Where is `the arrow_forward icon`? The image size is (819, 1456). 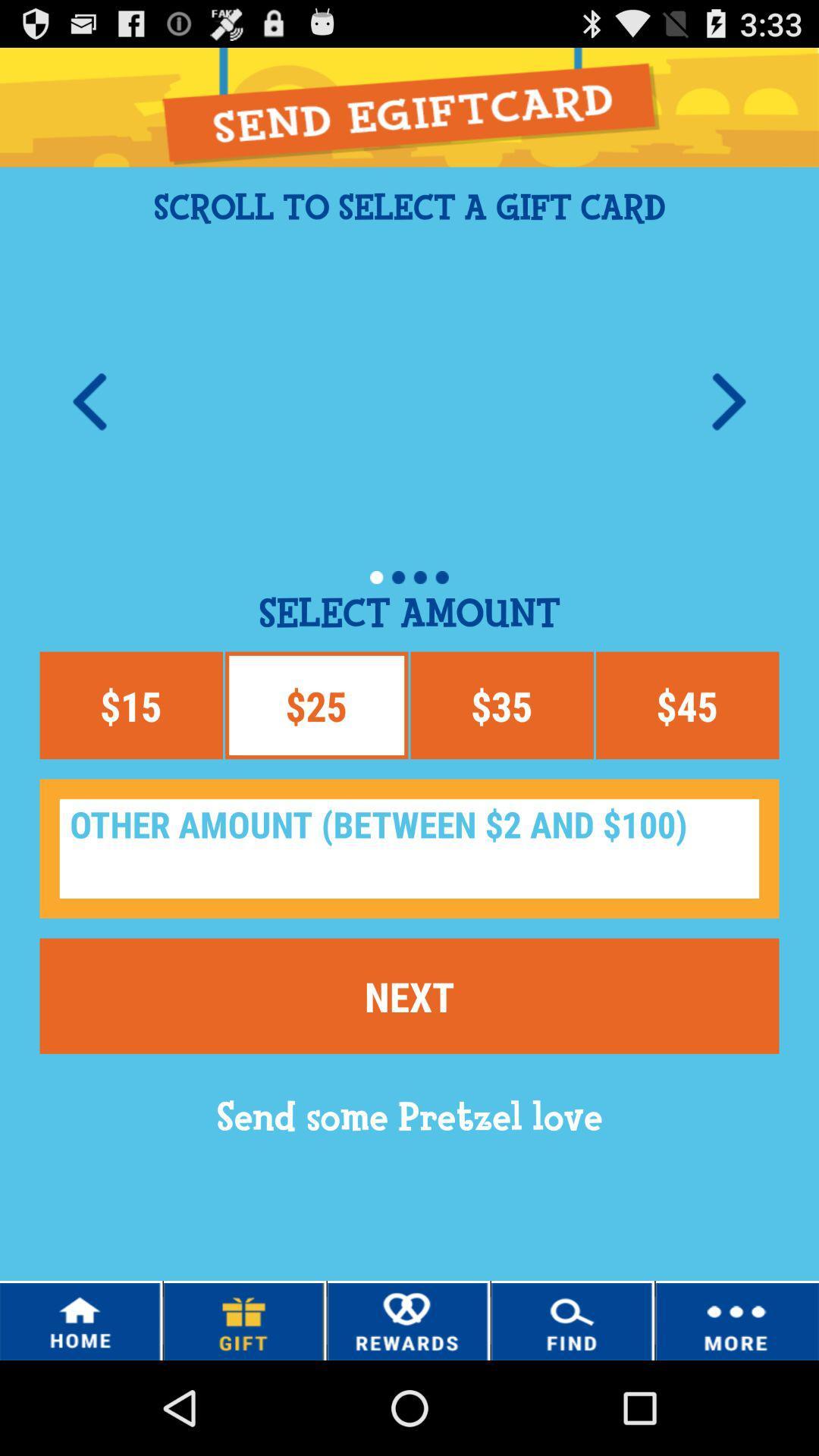
the arrow_forward icon is located at coordinates (728, 428).